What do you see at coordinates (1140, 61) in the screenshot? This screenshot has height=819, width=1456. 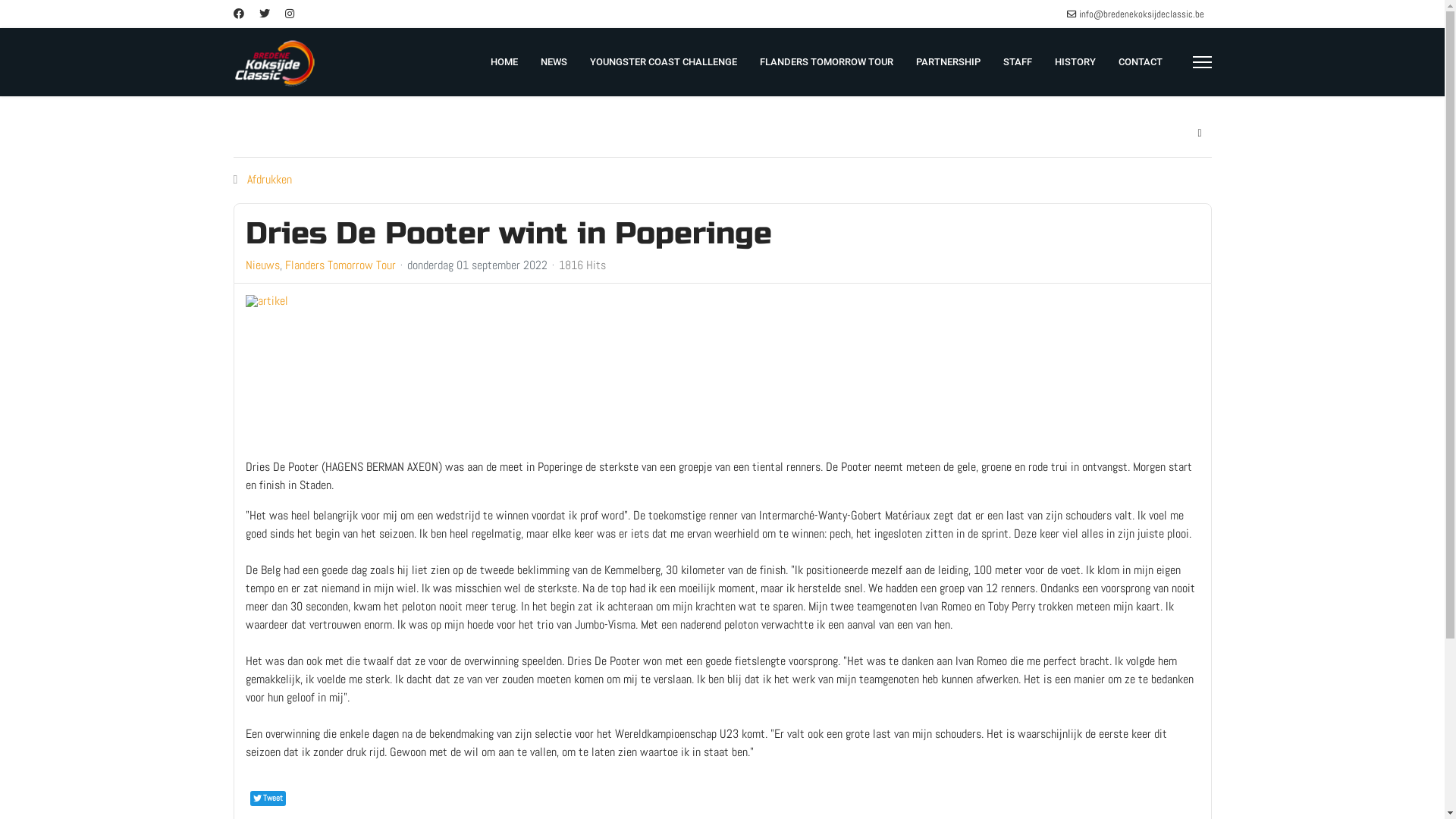 I see `'CONTACT'` at bounding box center [1140, 61].